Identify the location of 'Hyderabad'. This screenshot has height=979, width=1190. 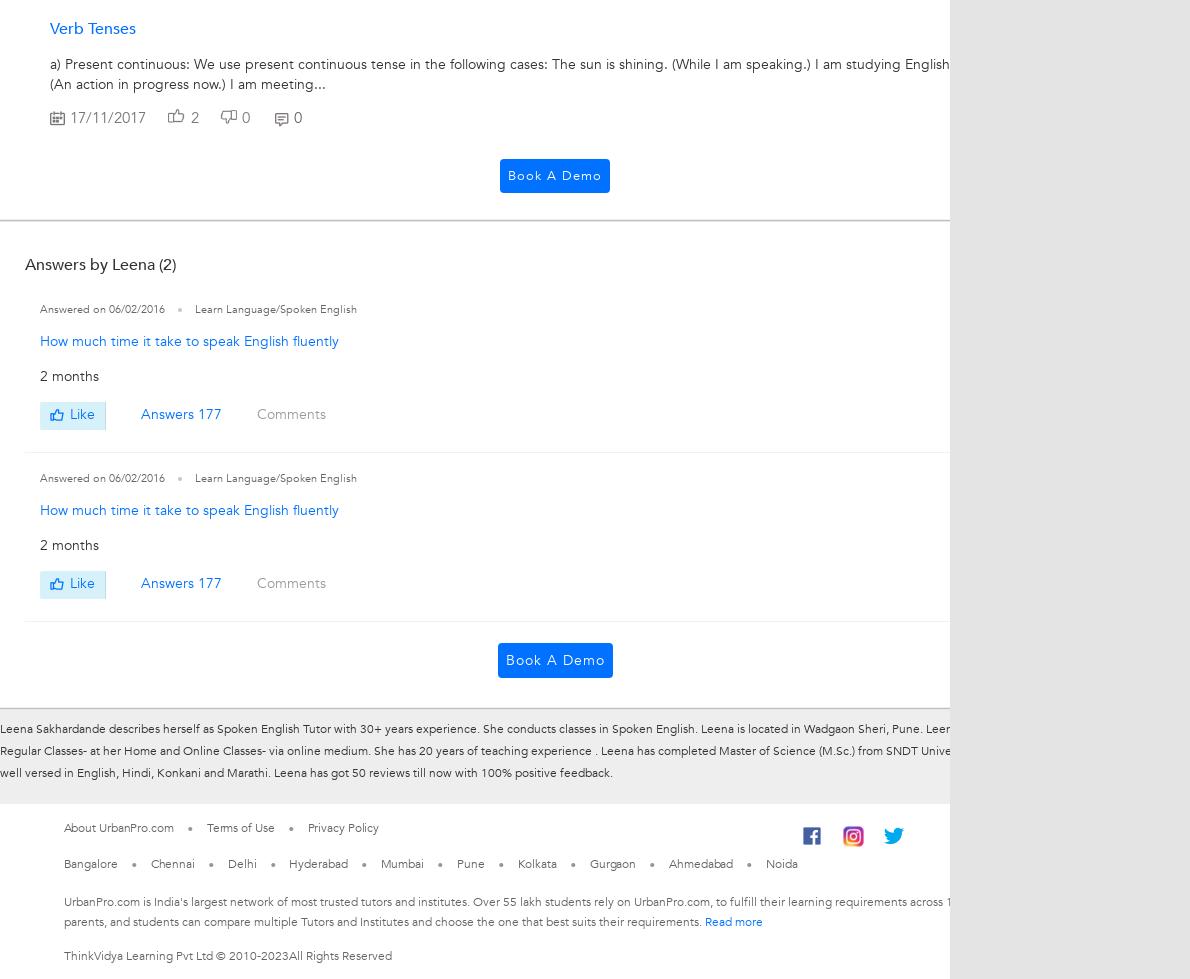
(317, 861).